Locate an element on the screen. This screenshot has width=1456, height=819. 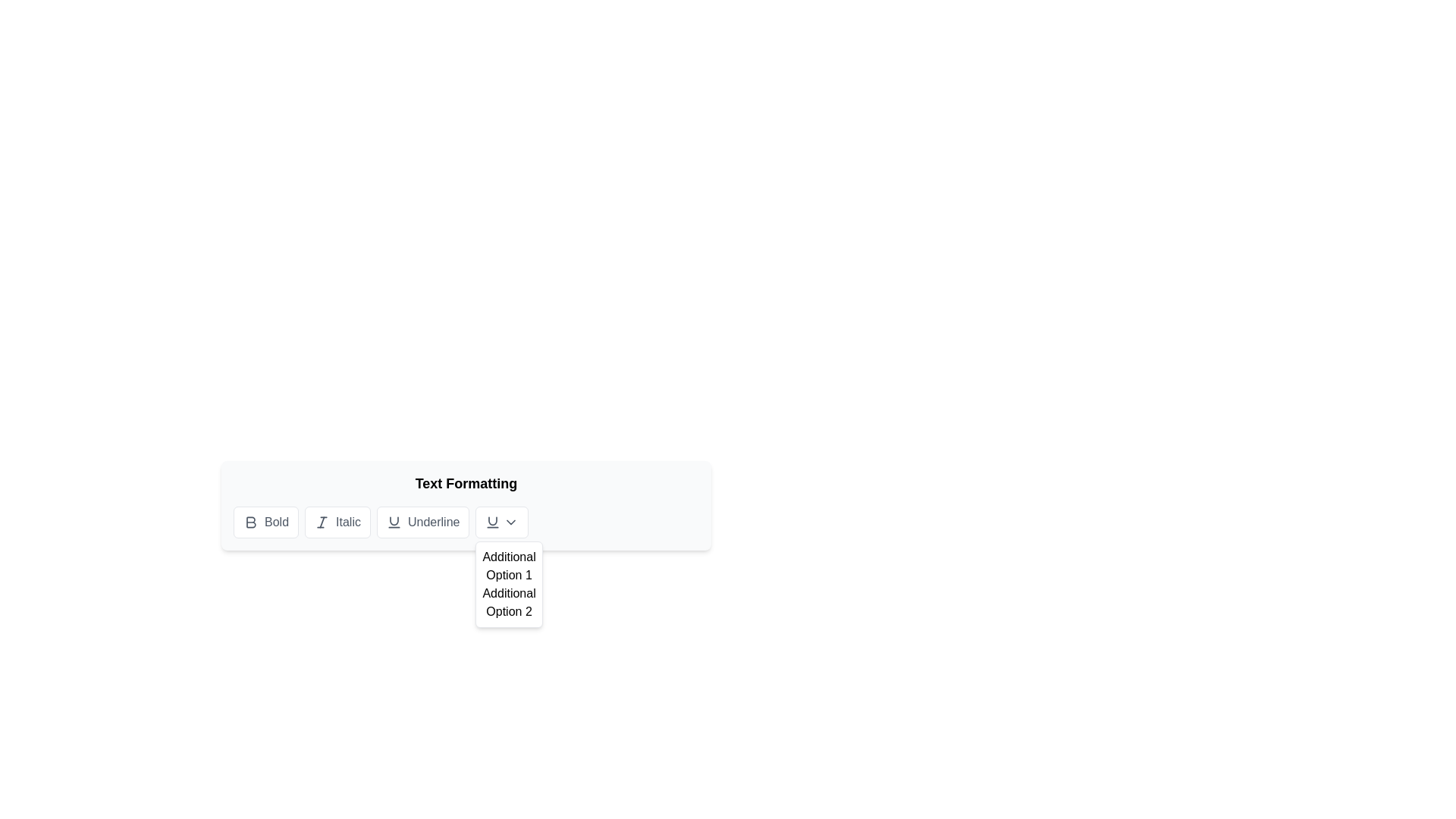
the 'Italic' icon button, which is represented by a bold and elongated italic 'I' is located at coordinates (322, 522).